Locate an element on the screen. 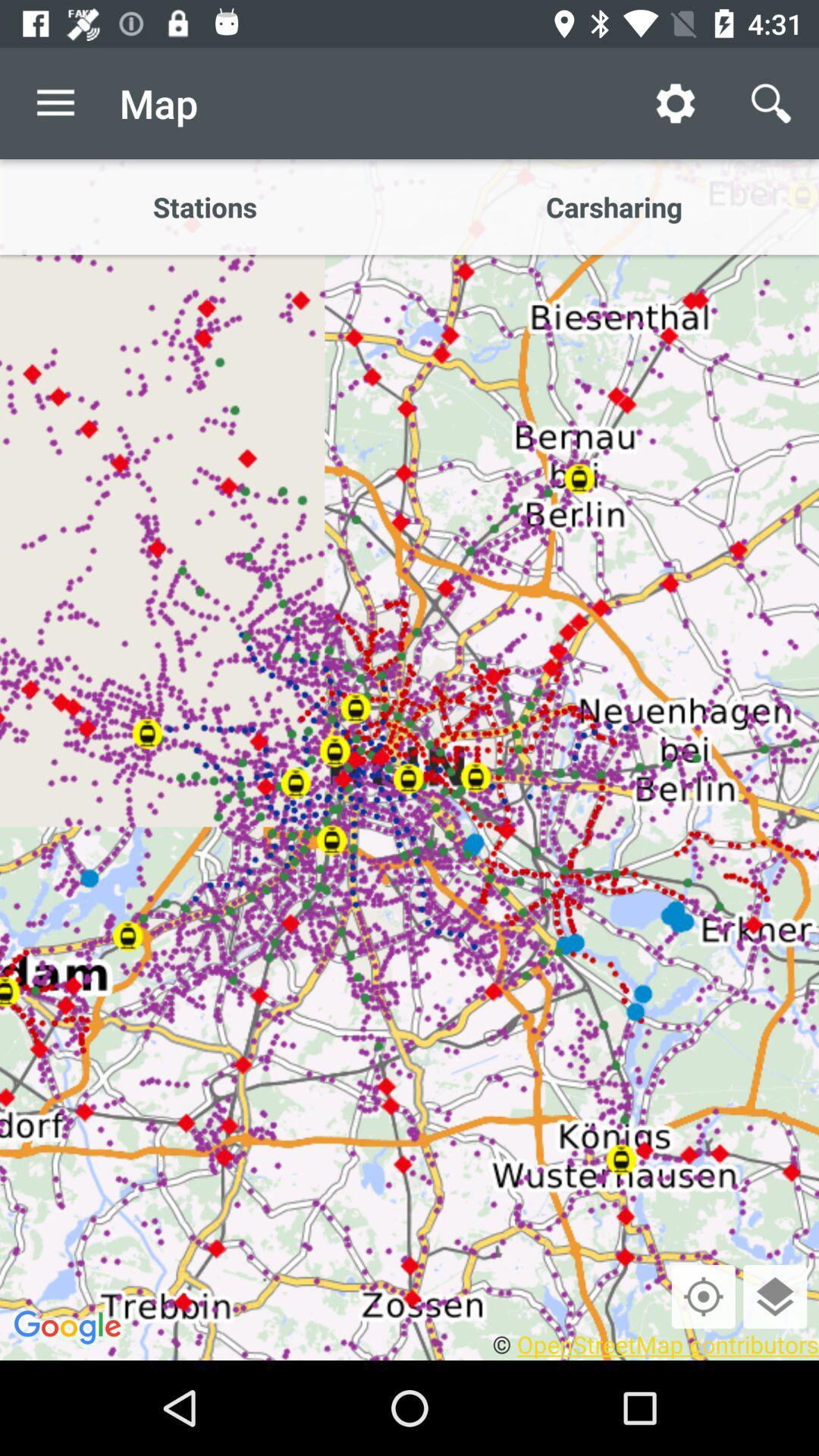 This screenshot has width=819, height=1456. the icon next to the map is located at coordinates (675, 102).